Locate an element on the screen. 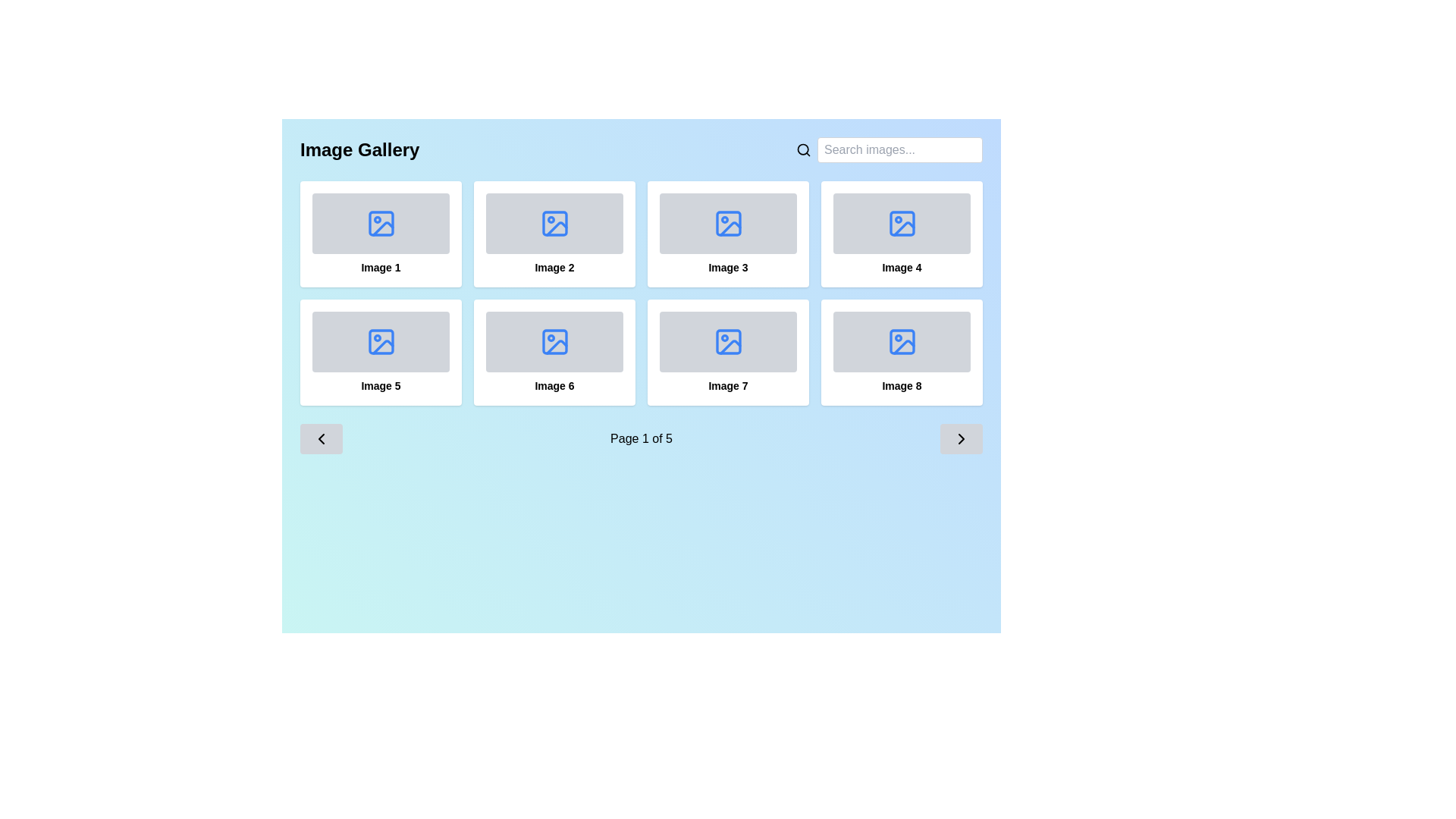  the graphical placeholder with a light gray background and a blue picture frame icon, located inside the tile labeled 'Image 1' is located at coordinates (381, 223).